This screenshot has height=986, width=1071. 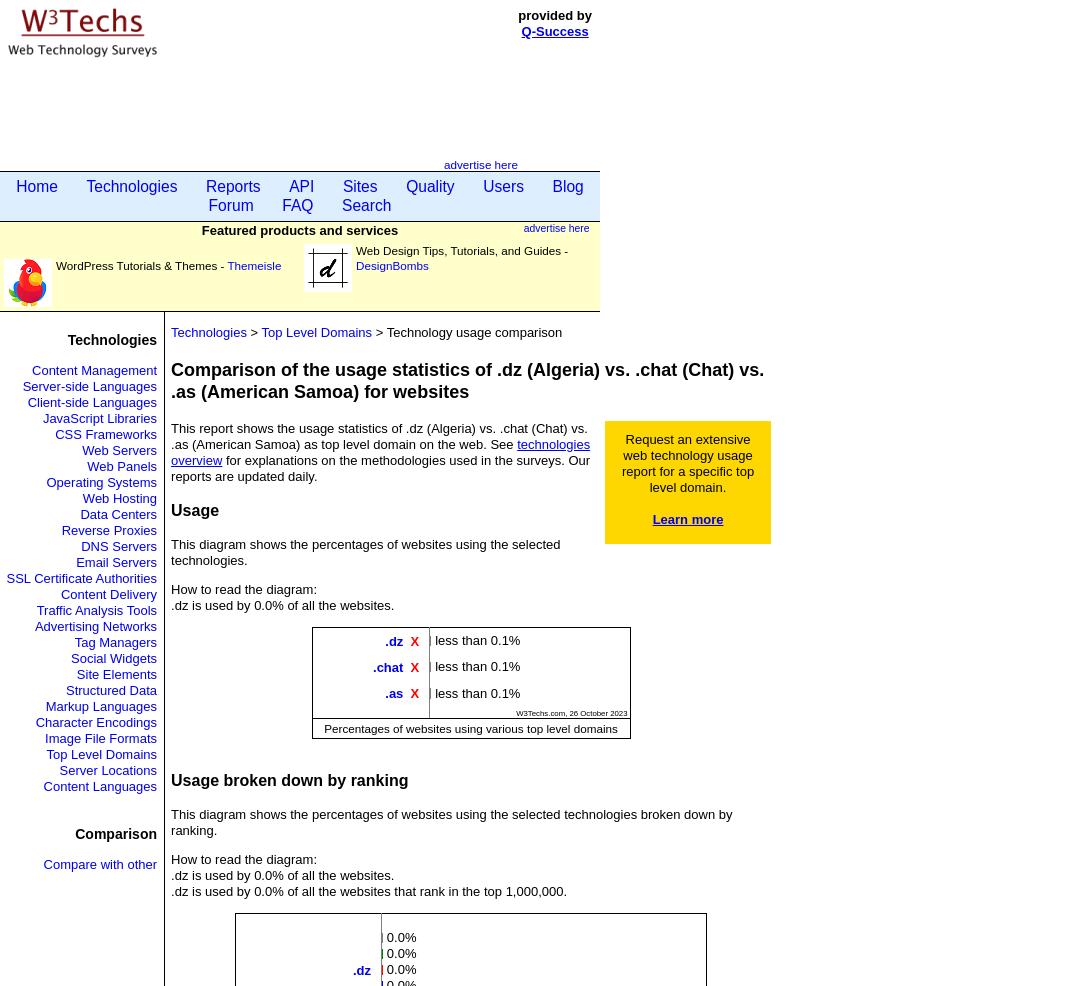 I want to click on 'Comparison of the usage statistics of .dz (Algeria) vs. .chat (Chat) vs. .as (American Samoa) for websites', so click(x=170, y=379).